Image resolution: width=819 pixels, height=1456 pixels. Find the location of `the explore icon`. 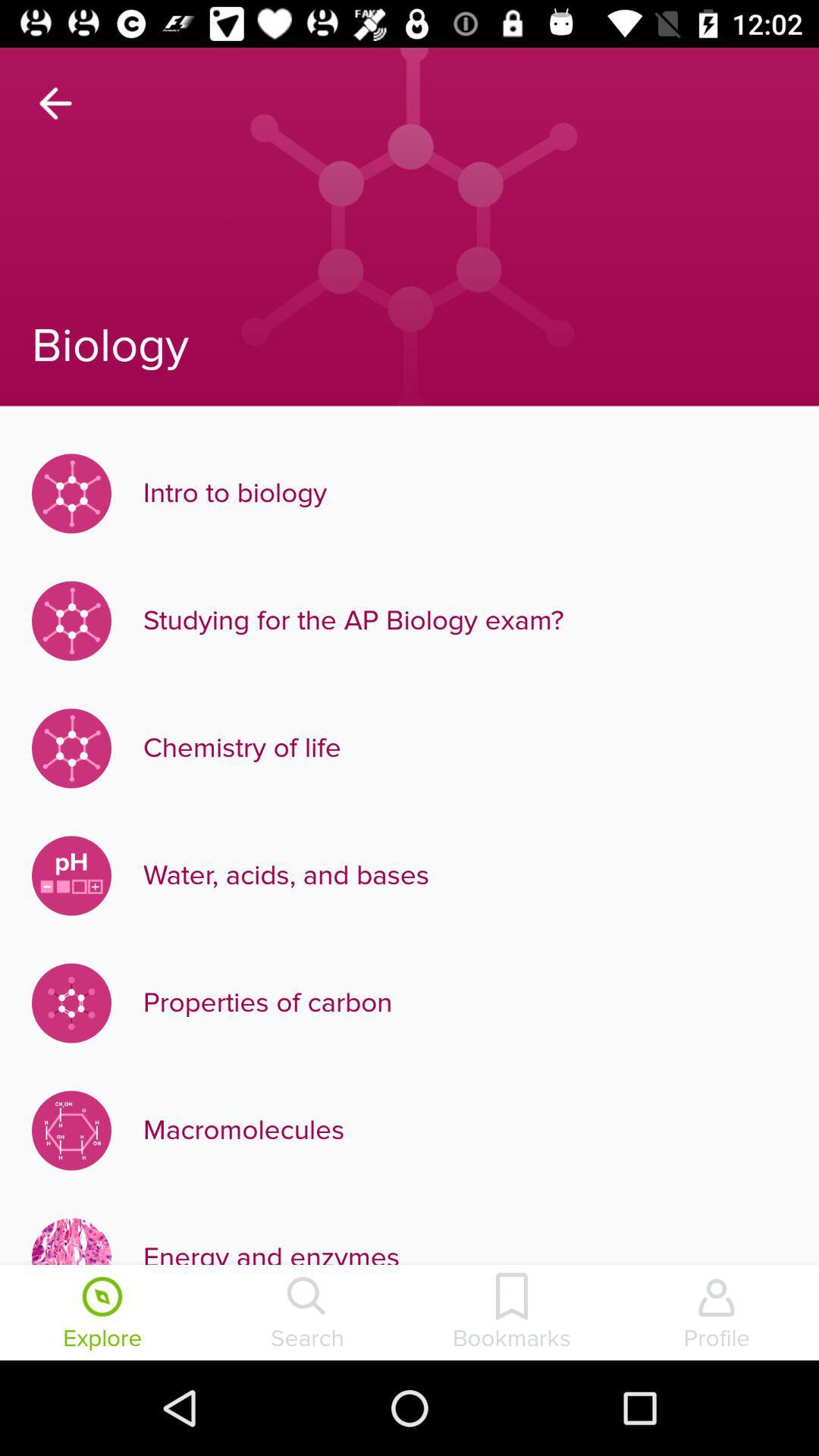

the explore icon is located at coordinates (102, 1313).